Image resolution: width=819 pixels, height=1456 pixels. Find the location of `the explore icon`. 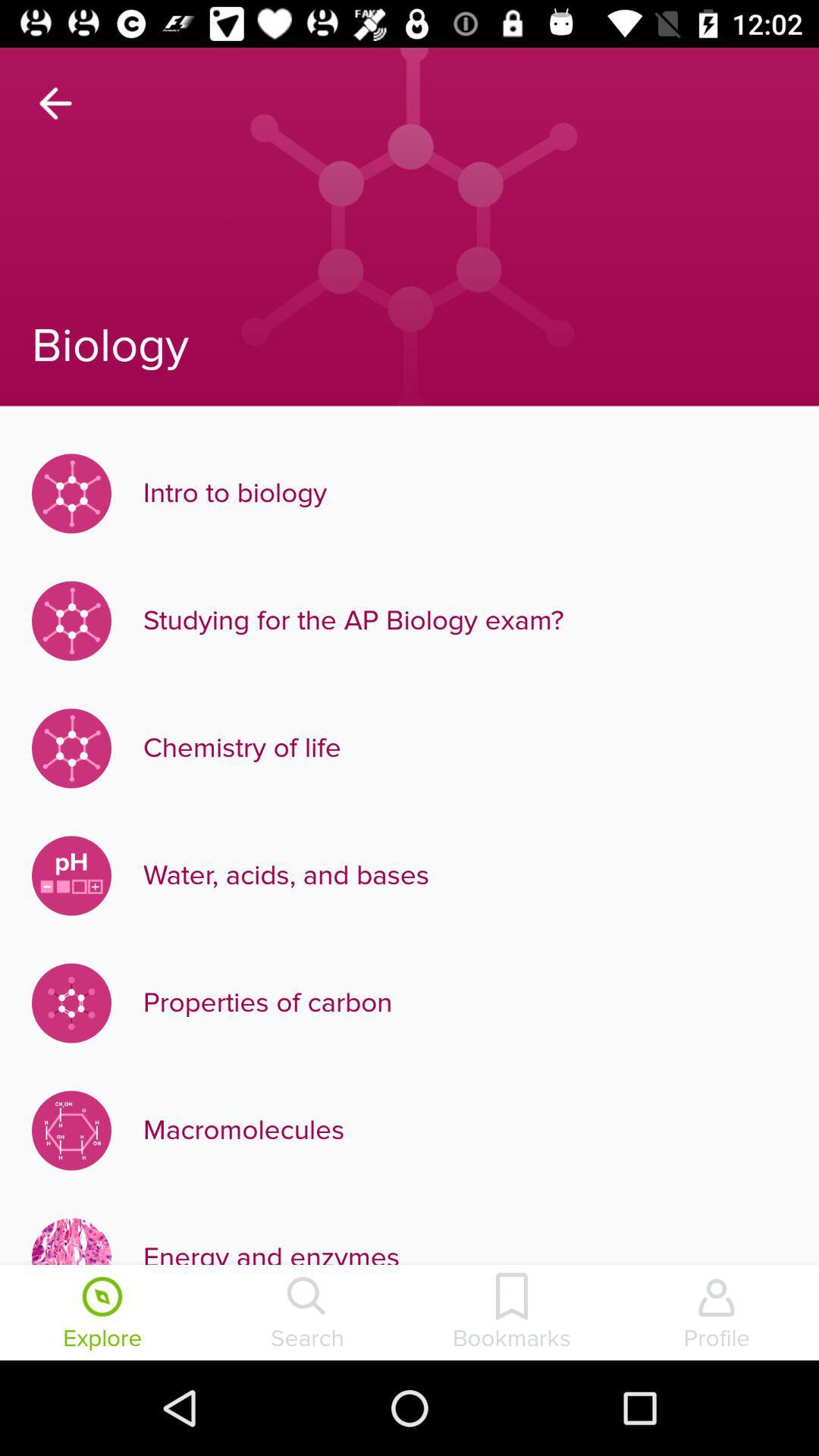

the explore icon is located at coordinates (102, 1313).